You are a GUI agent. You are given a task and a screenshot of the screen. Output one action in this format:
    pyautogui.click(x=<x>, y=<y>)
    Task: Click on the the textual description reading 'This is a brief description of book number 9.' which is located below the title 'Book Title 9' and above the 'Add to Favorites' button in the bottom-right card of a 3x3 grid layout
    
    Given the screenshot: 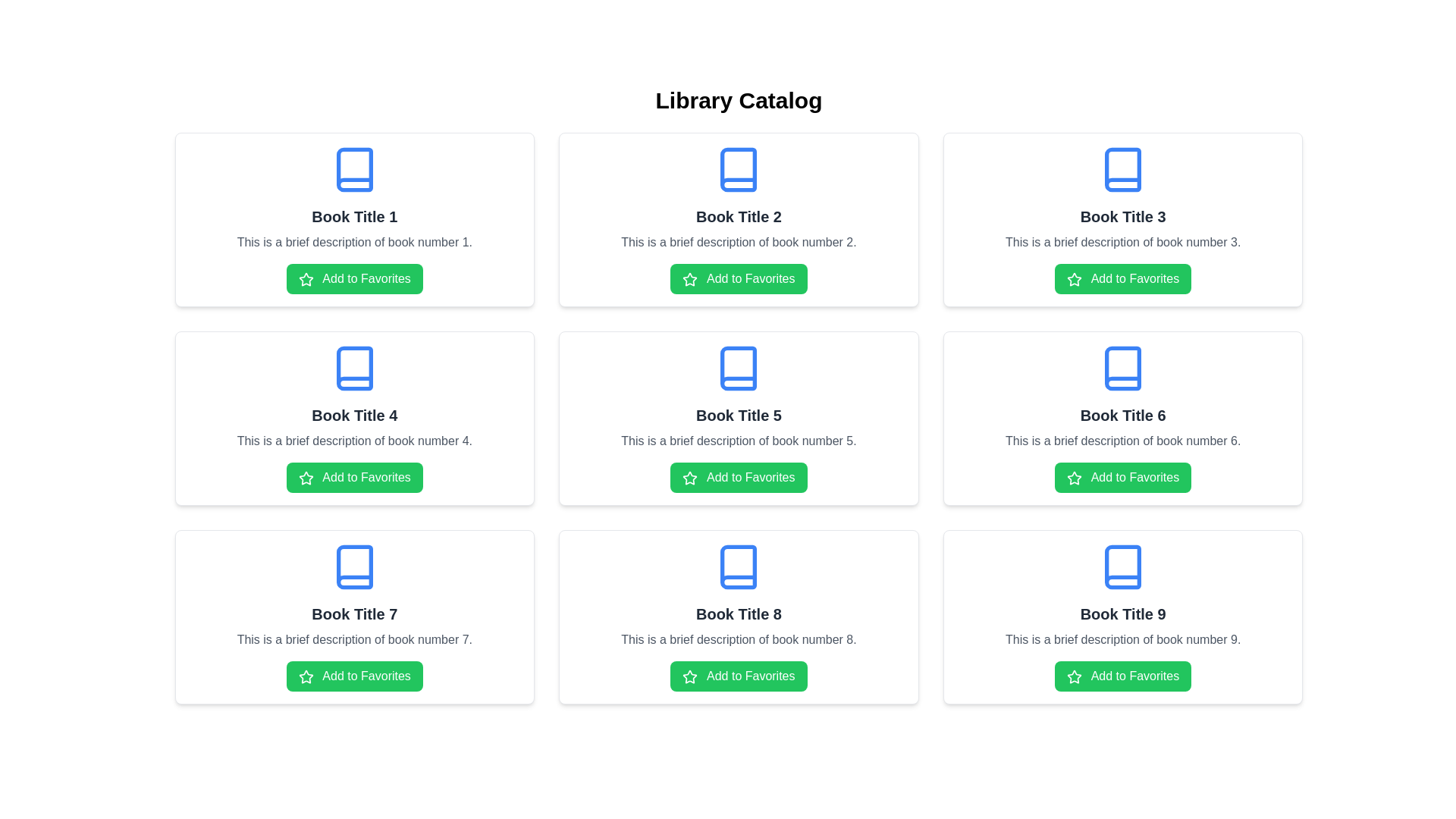 What is the action you would take?
    pyautogui.click(x=1123, y=640)
    